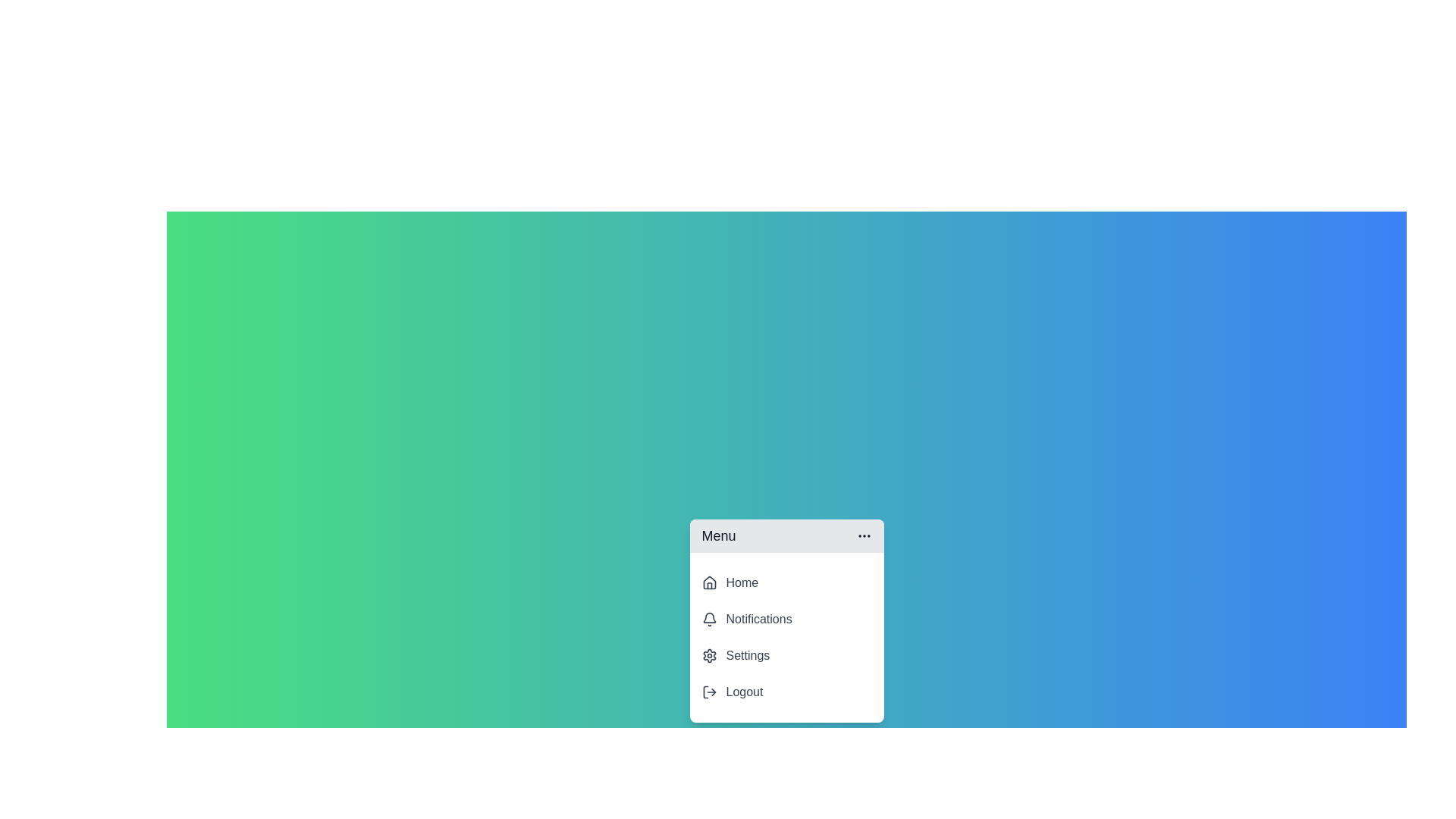 This screenshot has height=819, width=1456. What do you see at coordinates (786, 654) in the screenshot?
I see `the 'Settings' menu item to select it` at bounding box center [786, 654].